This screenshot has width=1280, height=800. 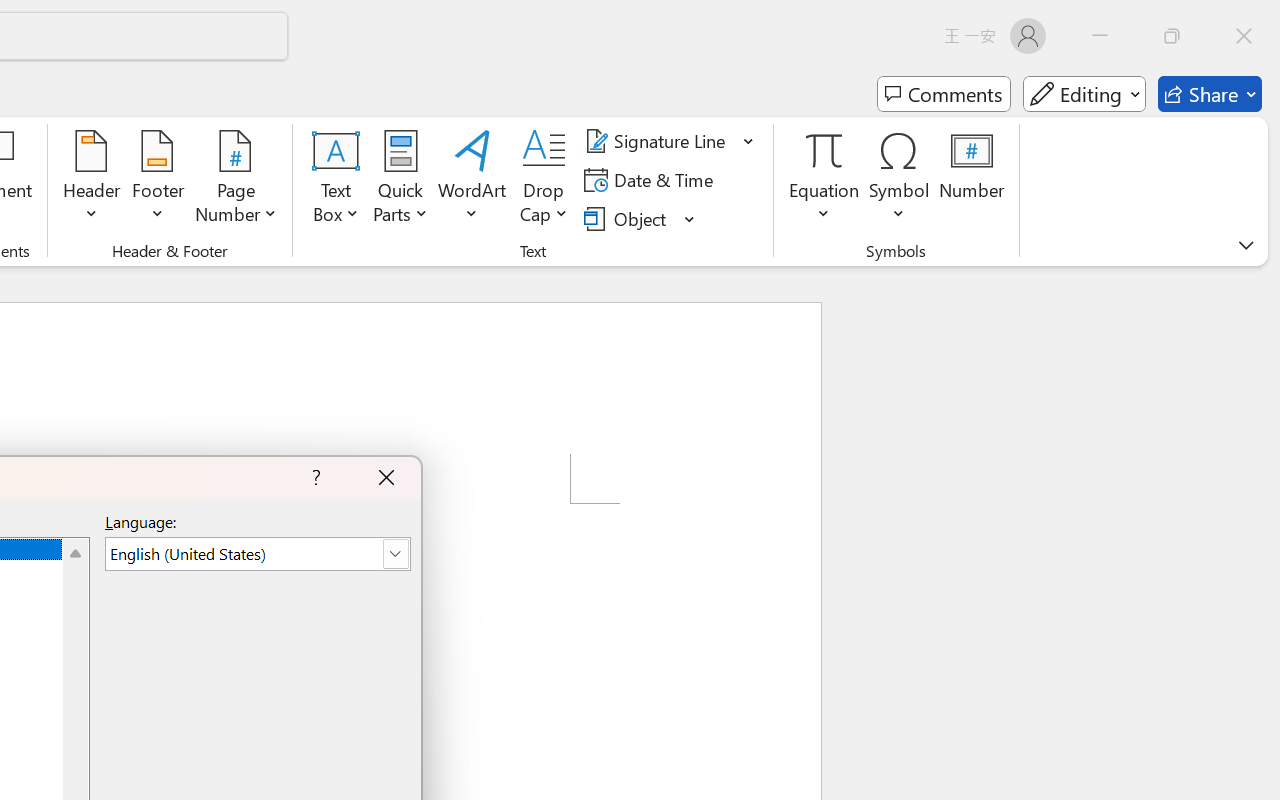 What do you see at coordinates (471, 179) in the screenshot?
I see `'WordArt'` at bounding box center [471, 179].